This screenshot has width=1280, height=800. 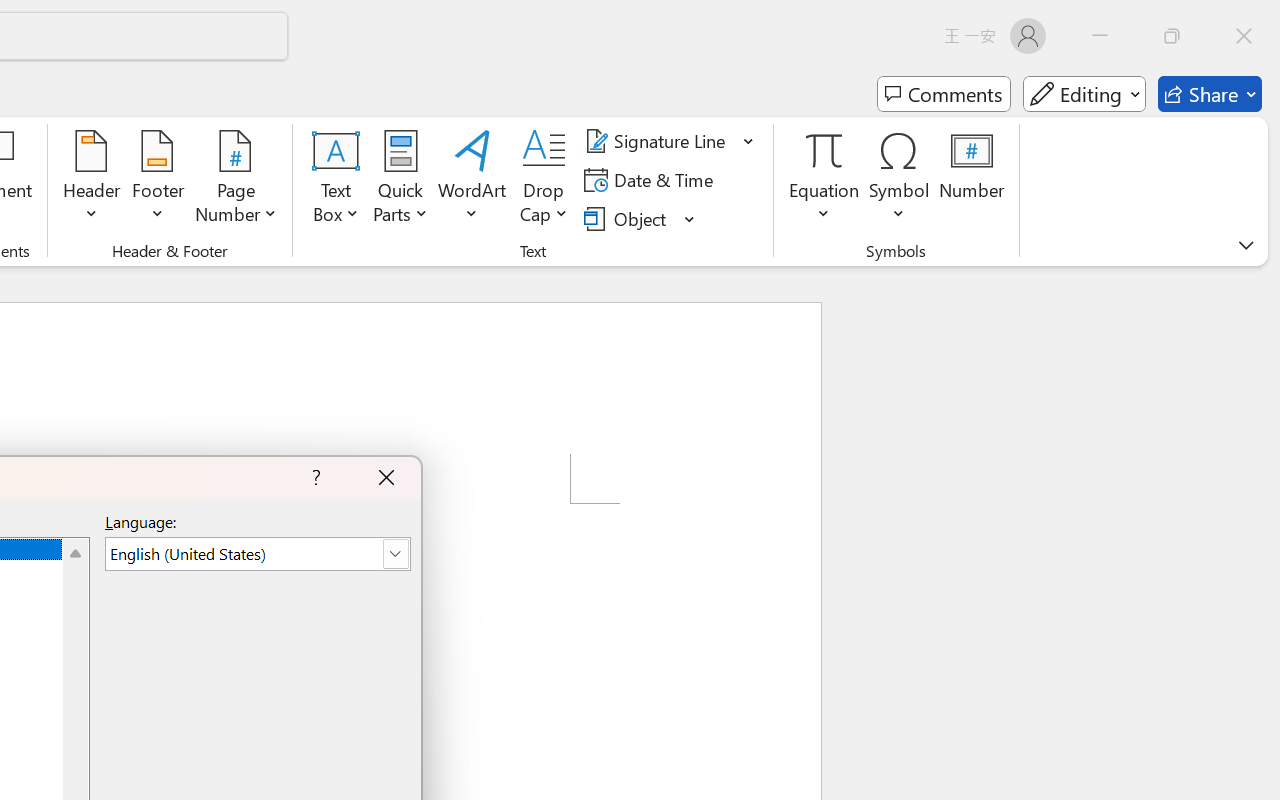 What do you see at coordinates (471, 179) in the screenshot?
I see `'WordArt'` at bounding box center [471, 179].